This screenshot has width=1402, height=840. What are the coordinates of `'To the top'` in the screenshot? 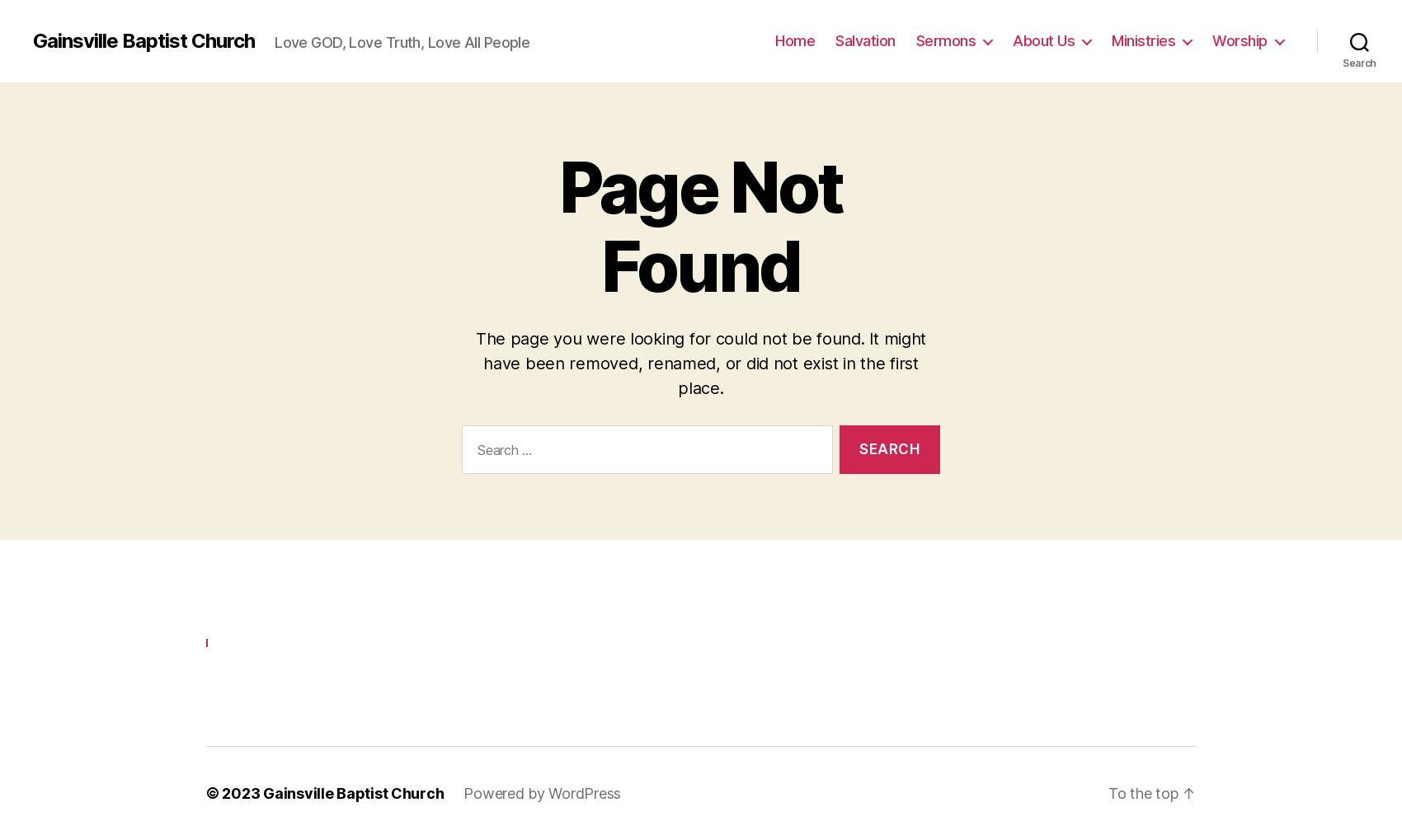 It's located at (1144, 788).